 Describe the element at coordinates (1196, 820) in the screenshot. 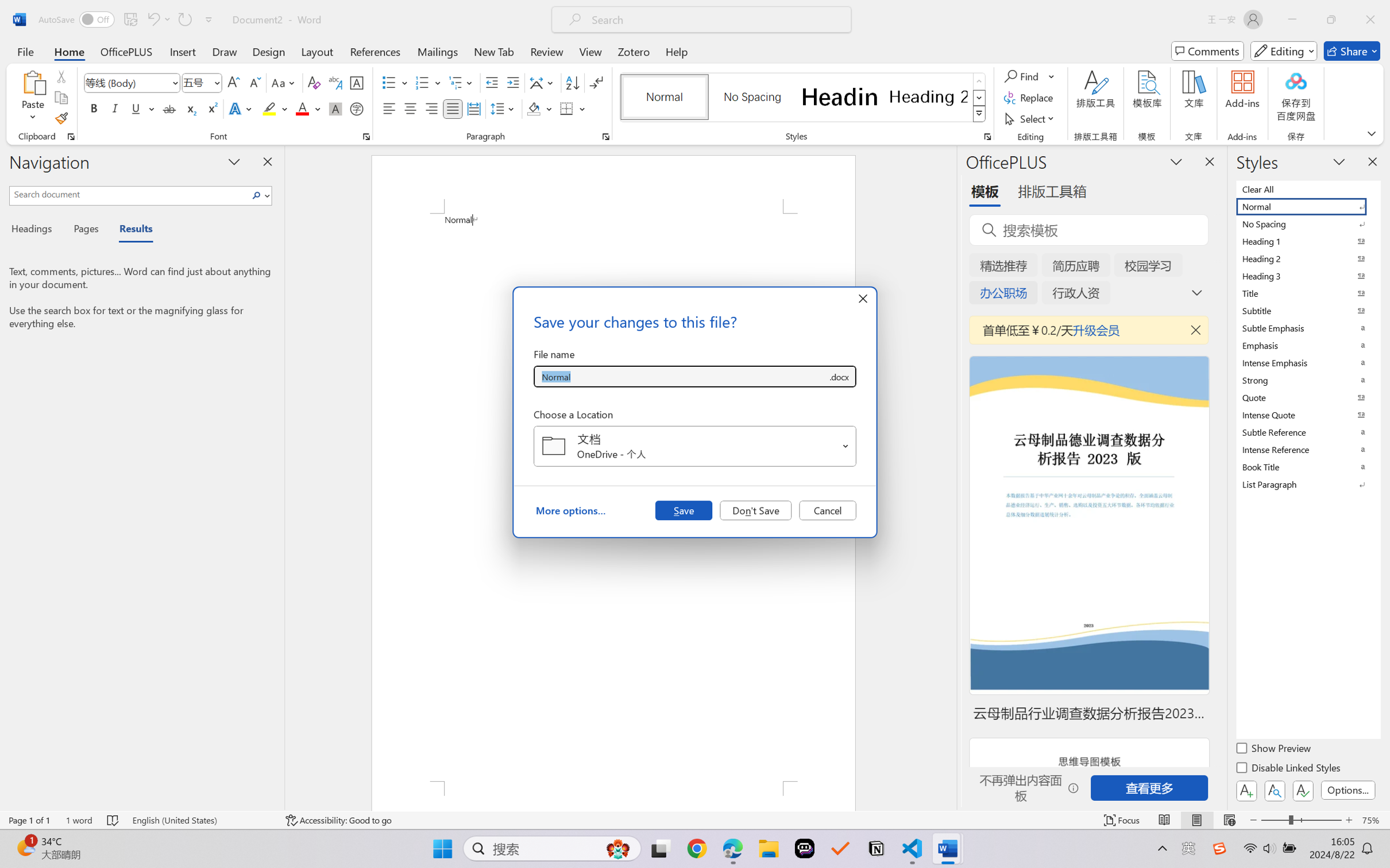

I see `'Print Layout'` at that location.